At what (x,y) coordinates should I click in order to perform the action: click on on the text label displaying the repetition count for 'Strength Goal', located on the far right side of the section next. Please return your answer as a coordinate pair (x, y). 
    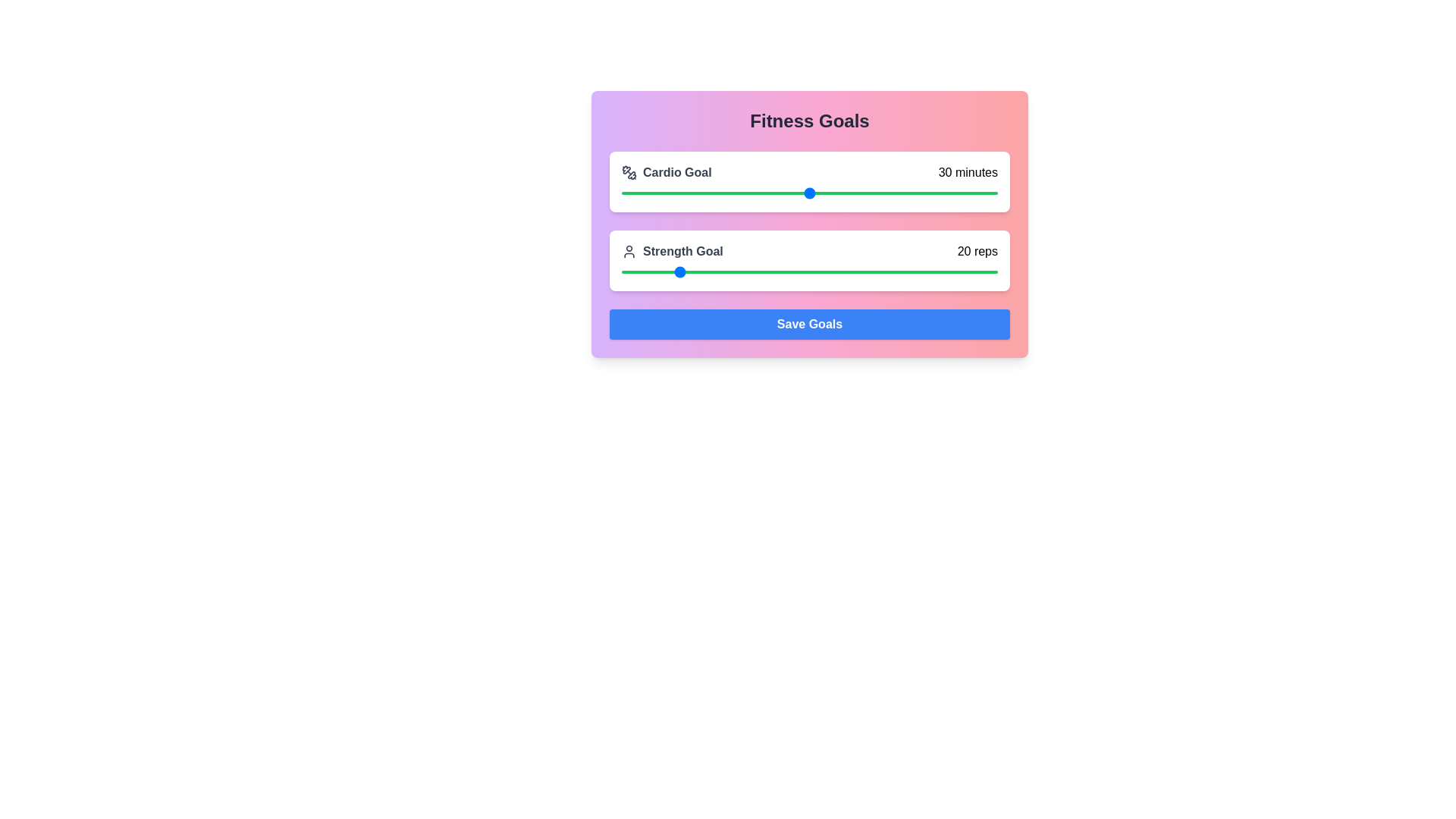
    Looking at the image, I should click on (977, 250).